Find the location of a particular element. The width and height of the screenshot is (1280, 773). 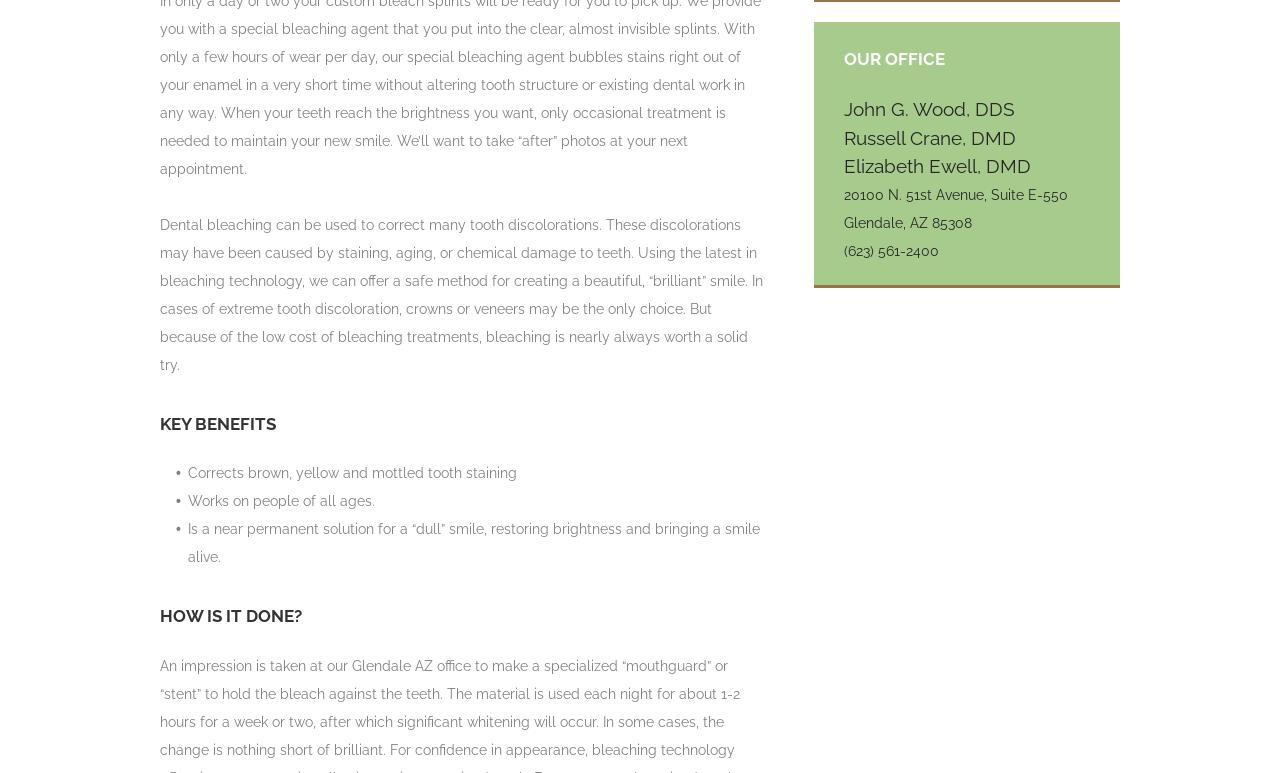

'Is a near permanent solution for a “dull” smile, restoring brightness and bringing a smile alive.' is located at coordinates (472, 542).